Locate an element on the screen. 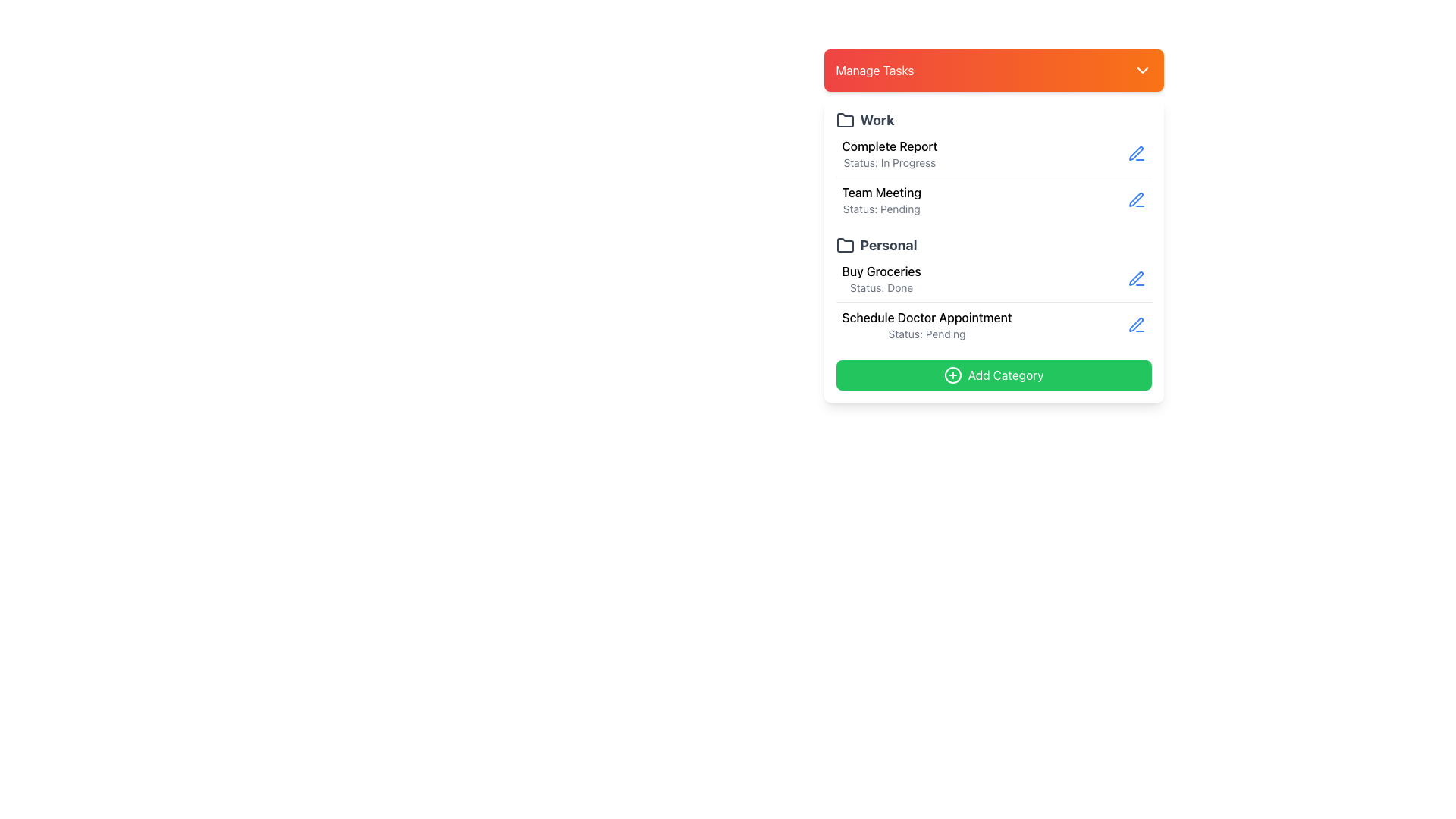 The height and width of the screenshot is (819, 1456). the pen icon located to the right of the 'Complete Report' task description in the 'Work' section is located at coordinates (1135, 153).